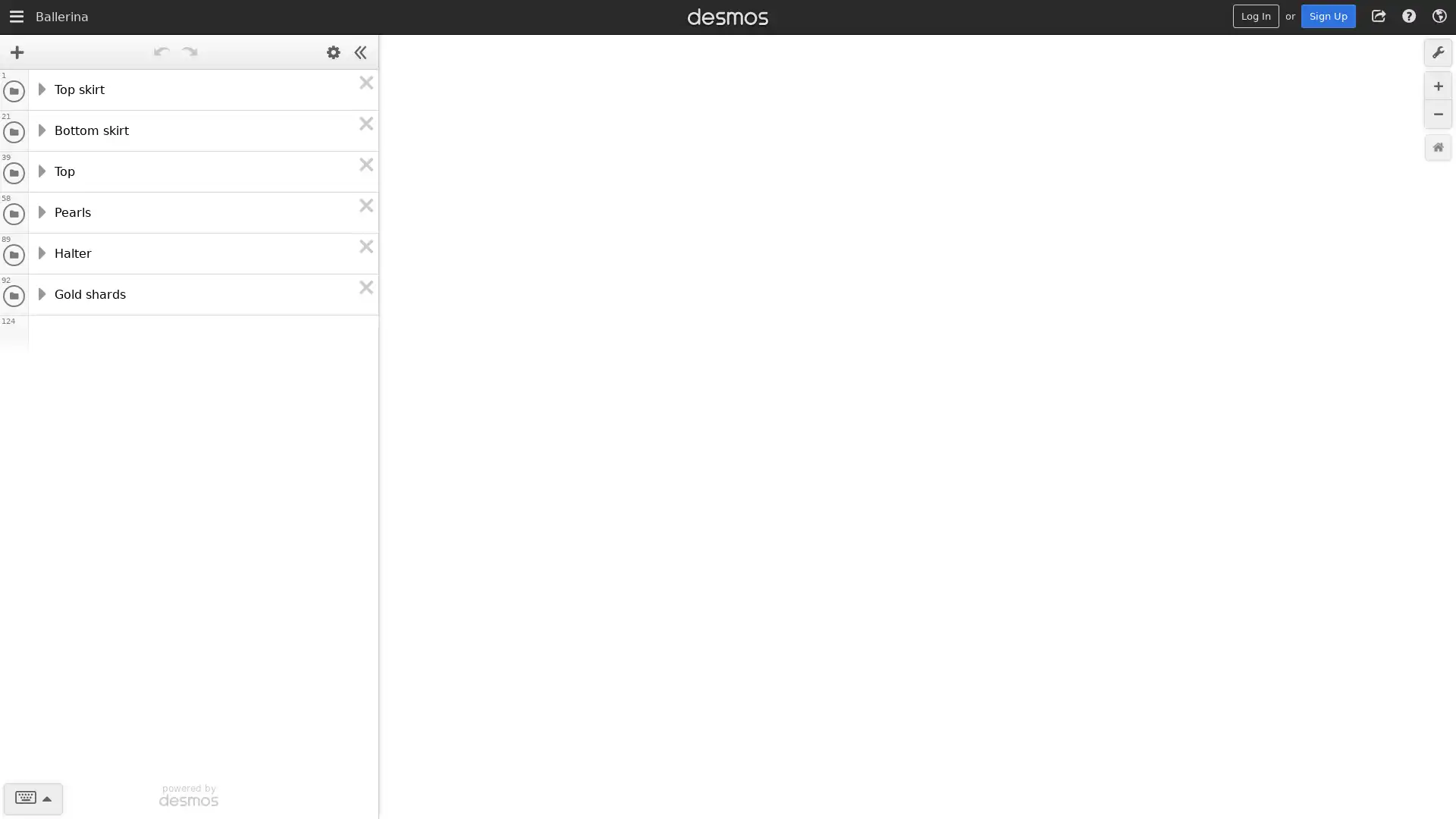  Describe the element at coordinates (40, 127) in the screenshot. I see `Collapse Folder` at that location.